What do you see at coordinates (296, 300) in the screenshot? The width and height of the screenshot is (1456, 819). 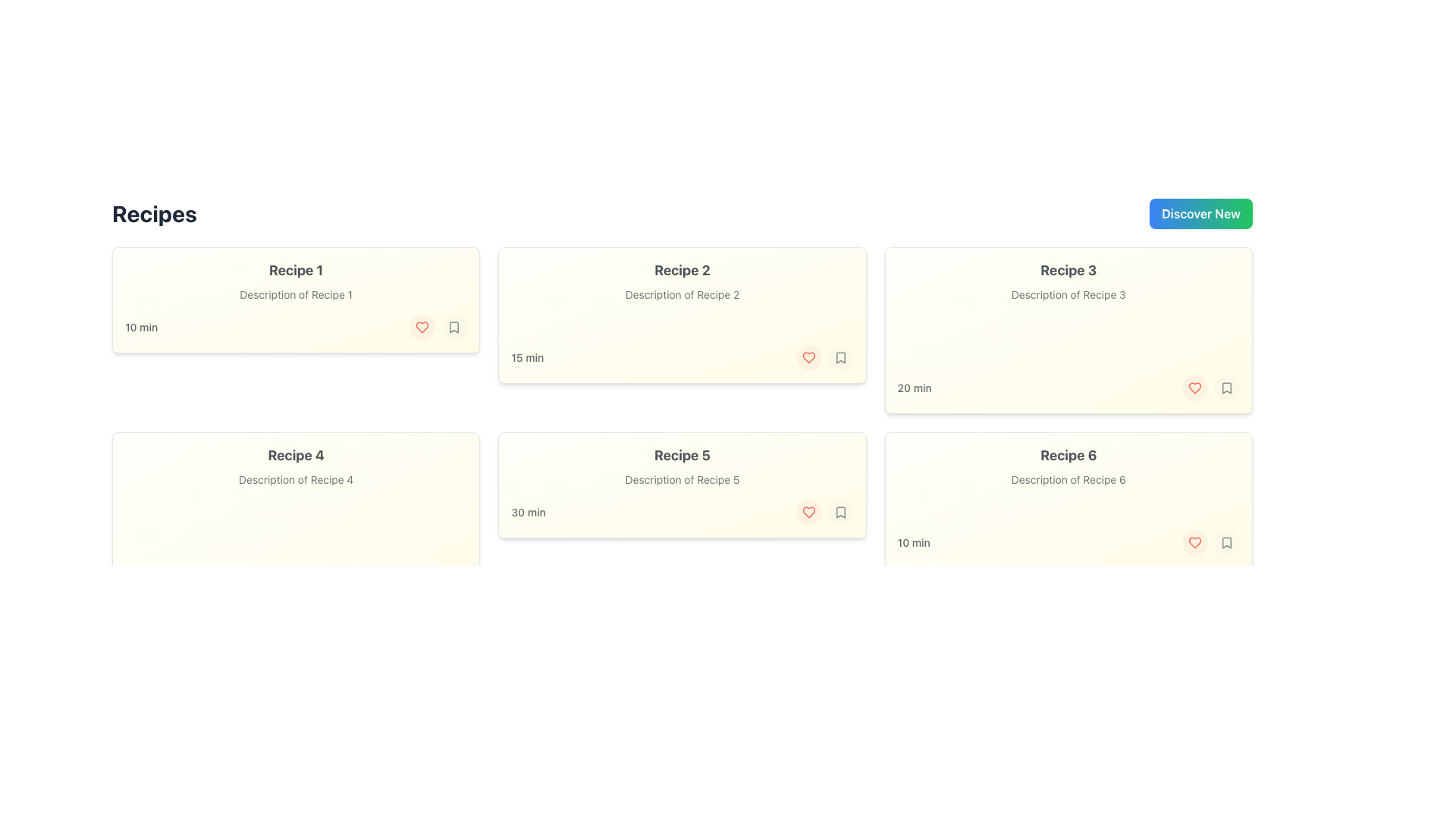 I see `the first recipe card in the grid layout to trigger additional effects` at bounding box center [296, 300].